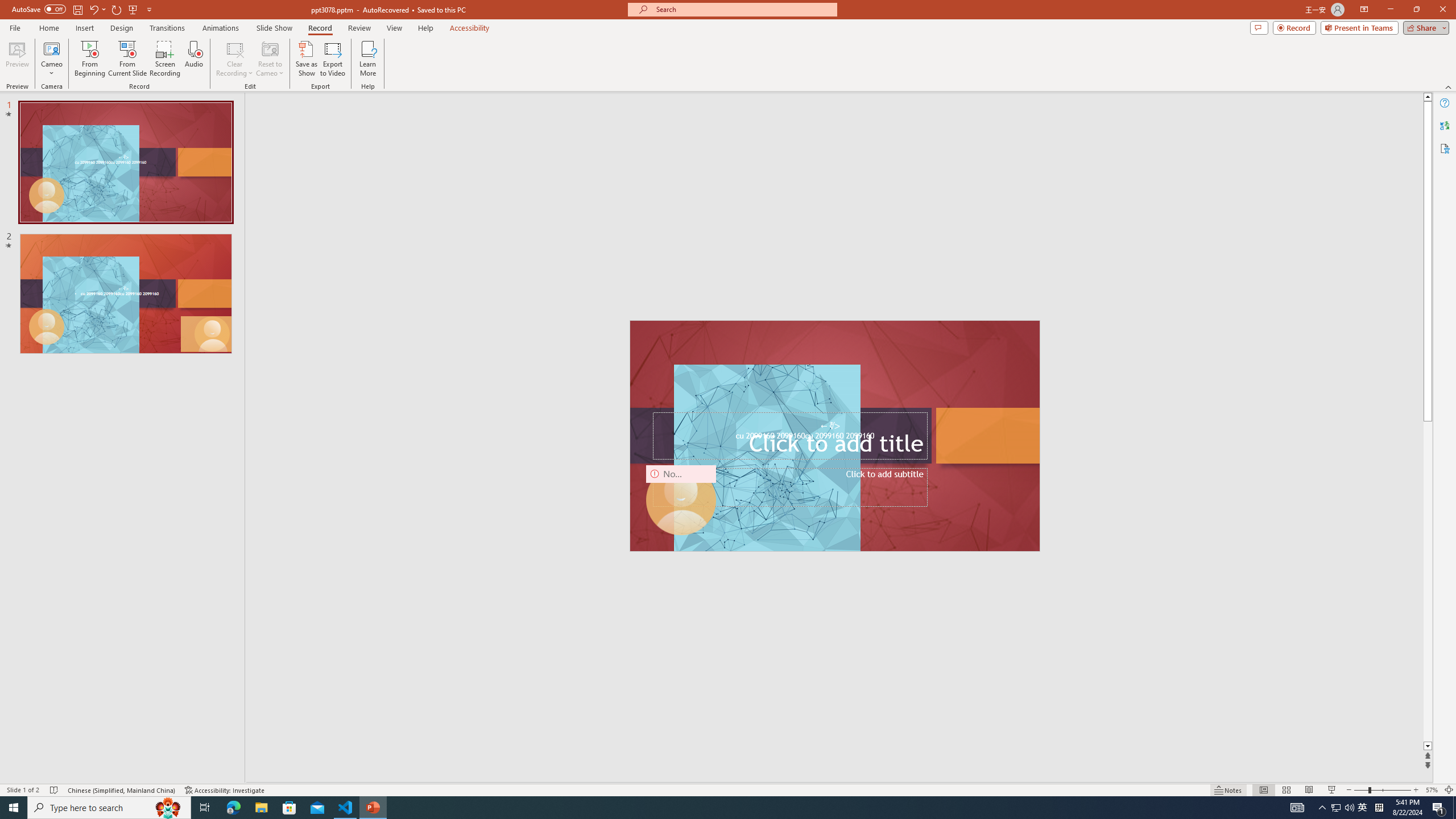 Image resolution: width=1456 pixels, height=819 pixels. Describe the element at coordinates (127, 59) in the screenshot. I see `'From Current Slide...'` at that location.